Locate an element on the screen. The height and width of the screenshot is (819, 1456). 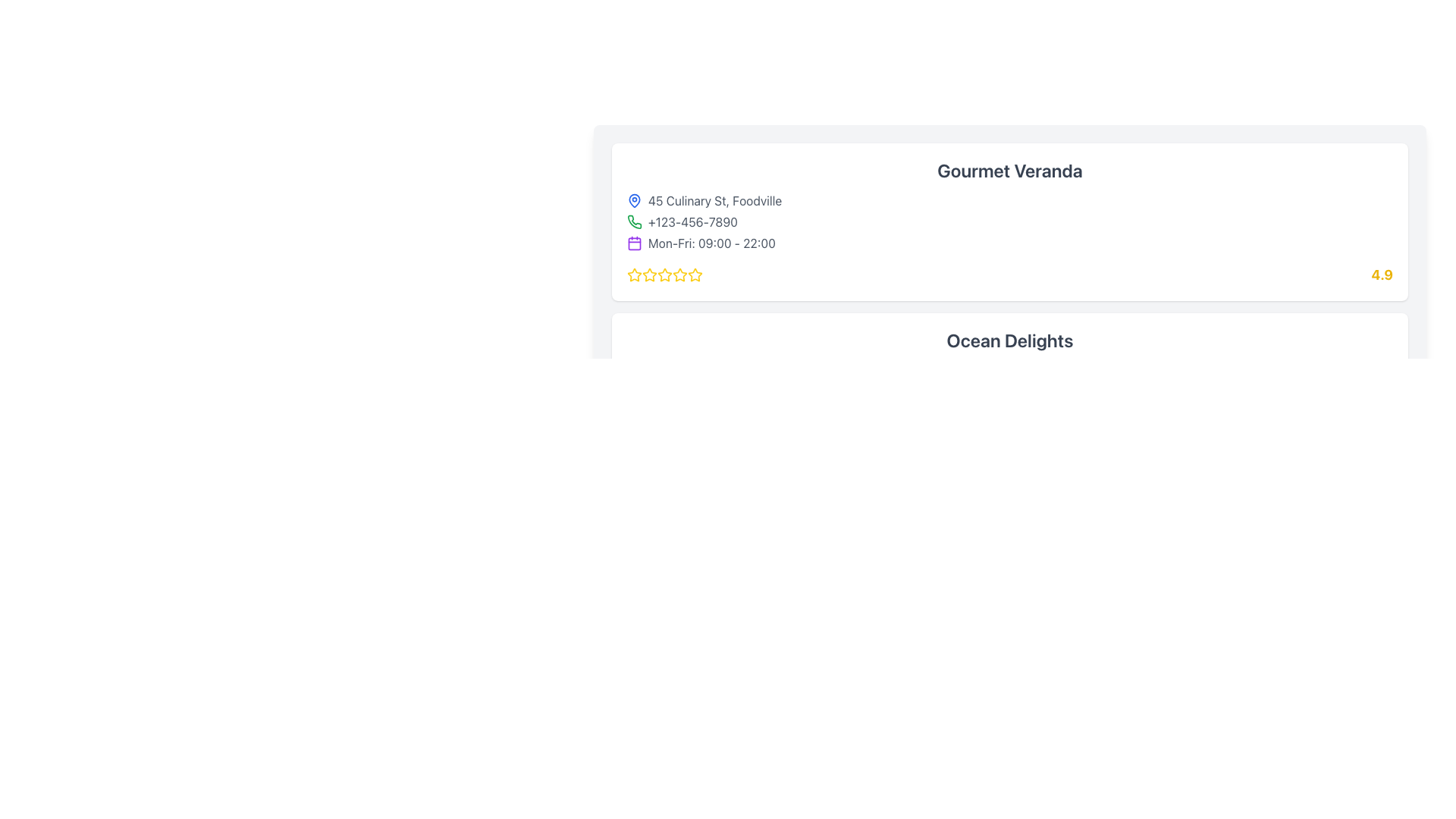
the address icon located at the left-most part of the row, which is positioned before the text '45 Culinary St, Foodville' is located at coordinates (634, 199).